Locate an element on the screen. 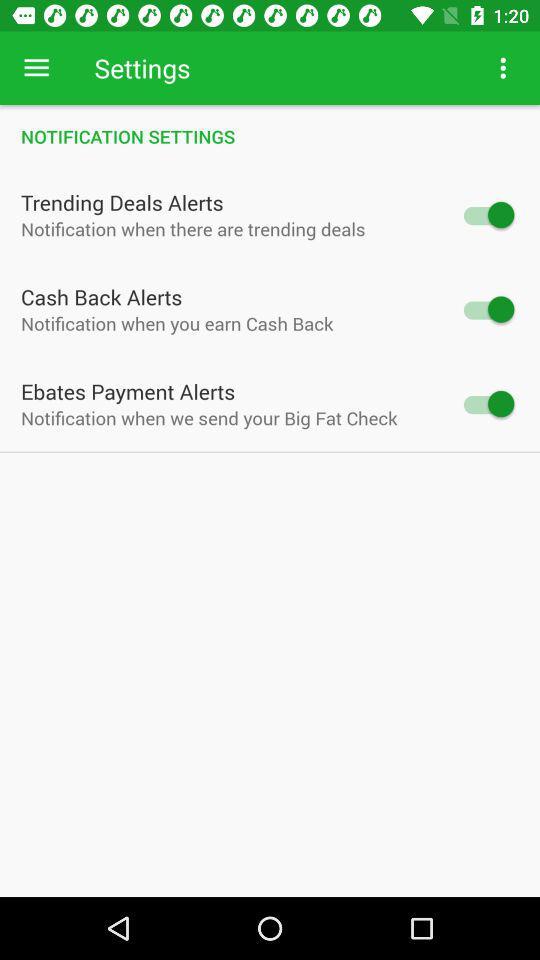 The width and height of the screenshot is (540, 960). selection off/on is located at coordinates (486, 403).